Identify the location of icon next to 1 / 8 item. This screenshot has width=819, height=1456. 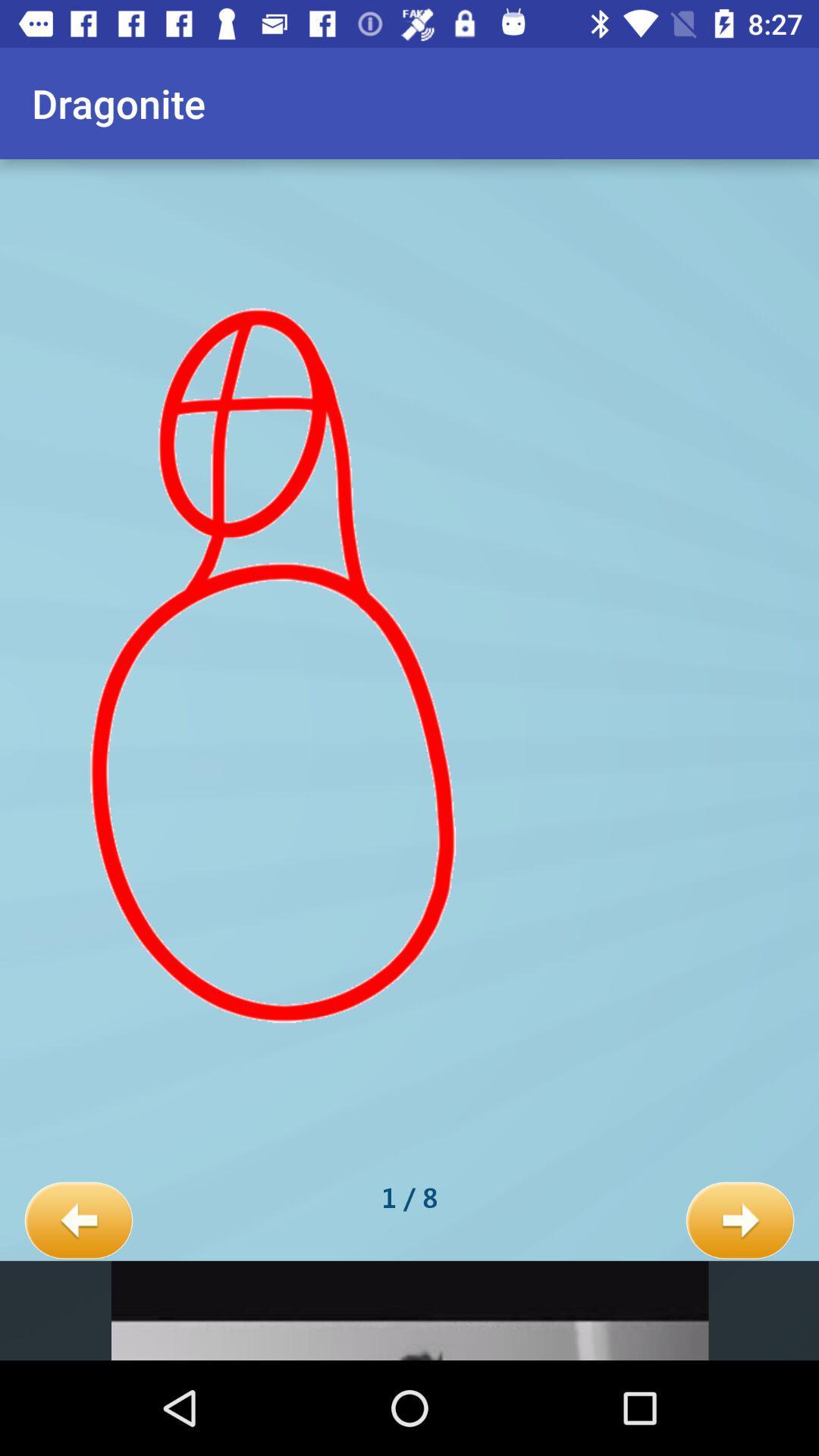
(739, 1221).